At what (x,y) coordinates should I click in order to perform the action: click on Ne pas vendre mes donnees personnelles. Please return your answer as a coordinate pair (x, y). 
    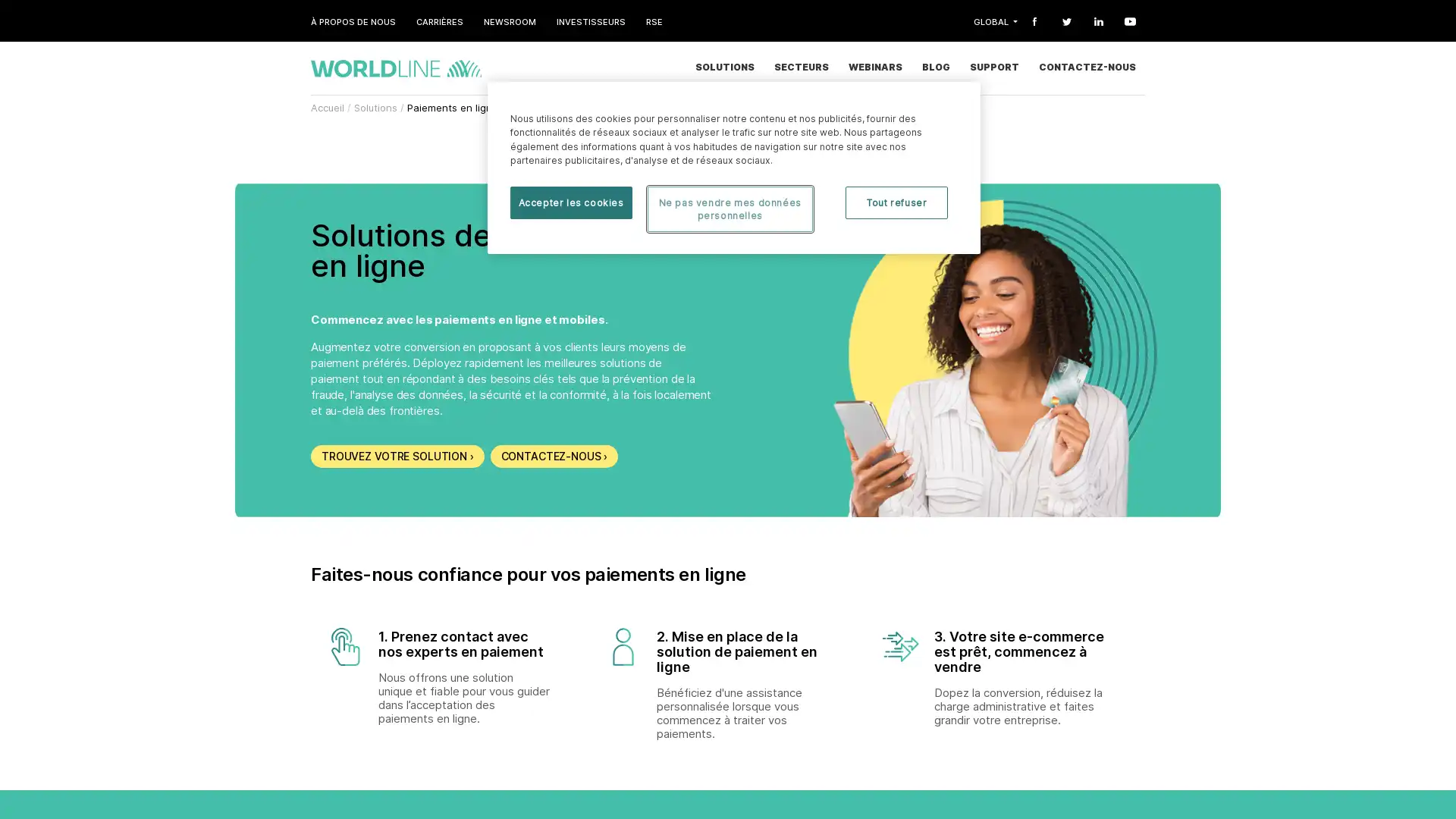
    Looking at the image, I should click on (729, 209).